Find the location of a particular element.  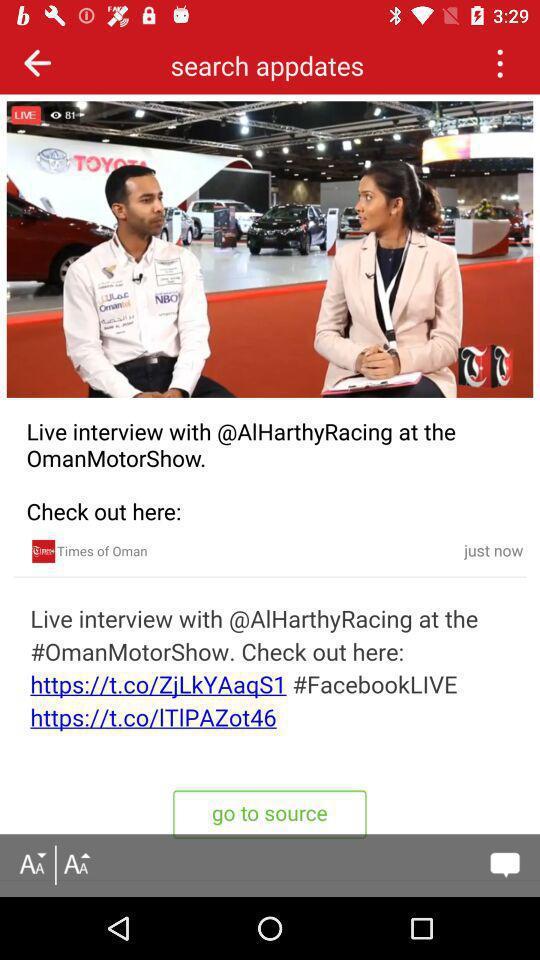

the arrow_backward icon is located at coordinates (37, 62).